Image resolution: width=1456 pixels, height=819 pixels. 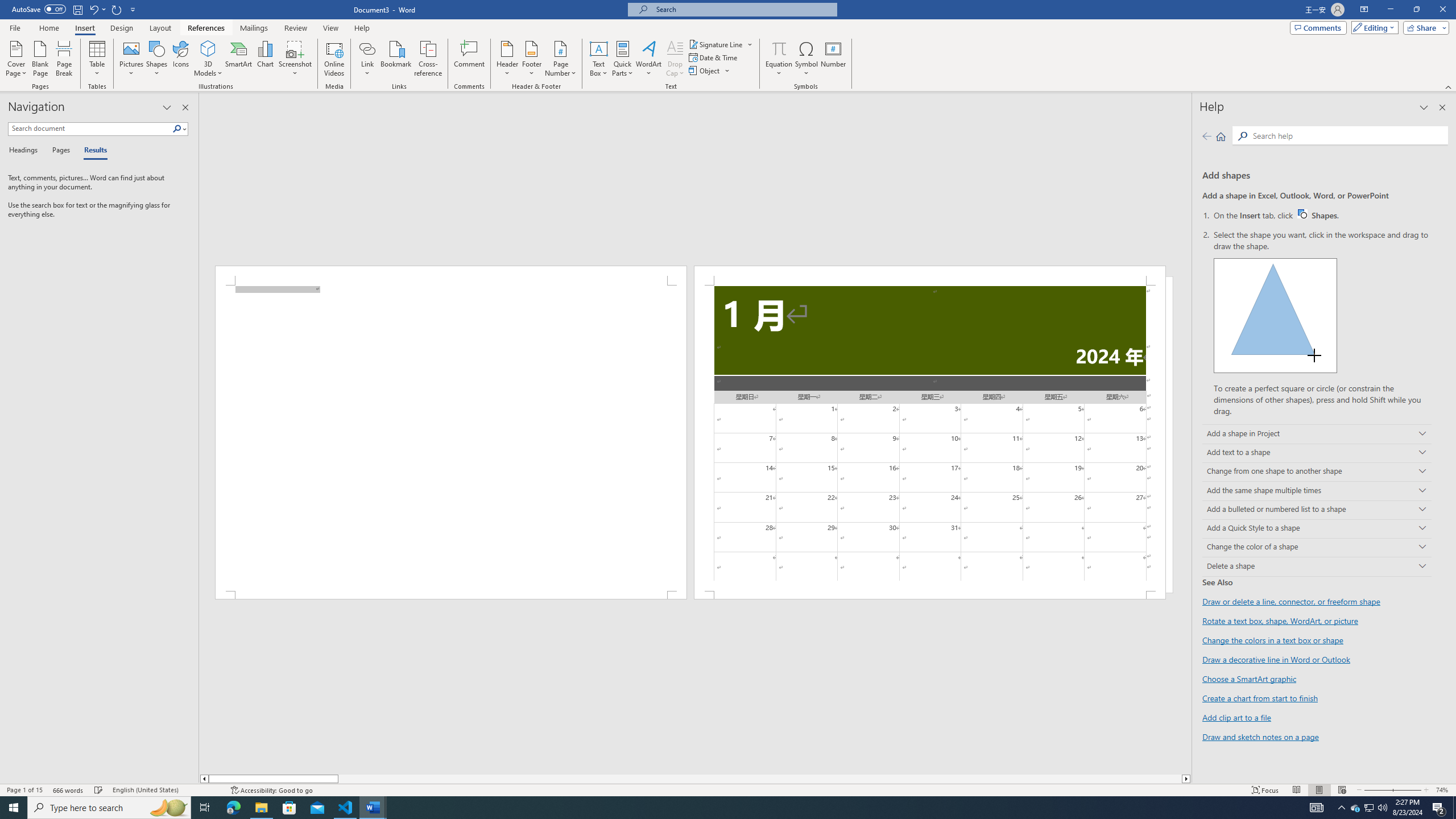 I want to click on 'Undo New Page', so click(x=93, y=9).